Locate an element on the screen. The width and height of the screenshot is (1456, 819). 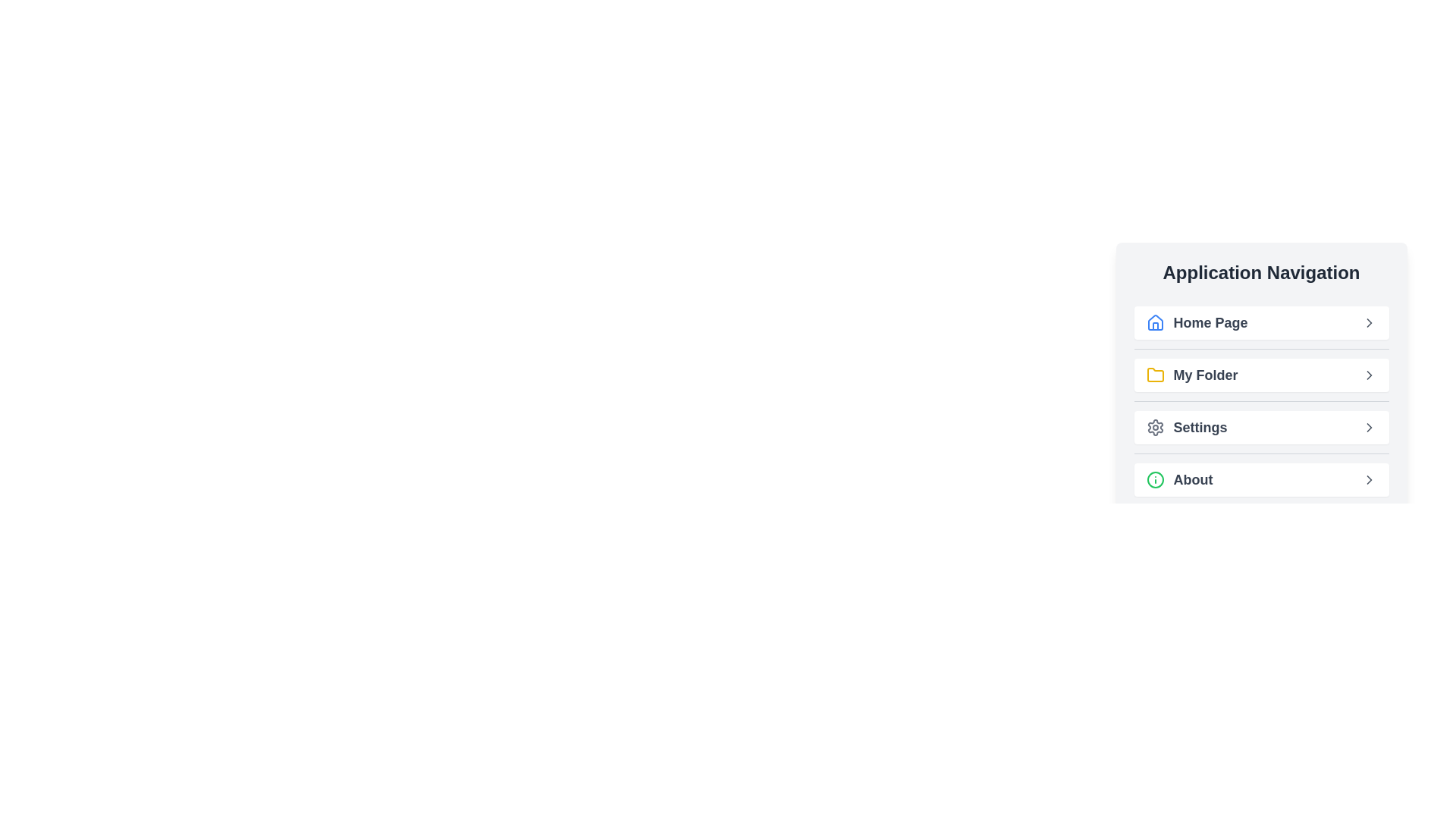
the 'My Folder' button located in the Application Navigation menu, which is the second item below 'Home Page' and above 'Settings' is located at coordinates (1261, 382).